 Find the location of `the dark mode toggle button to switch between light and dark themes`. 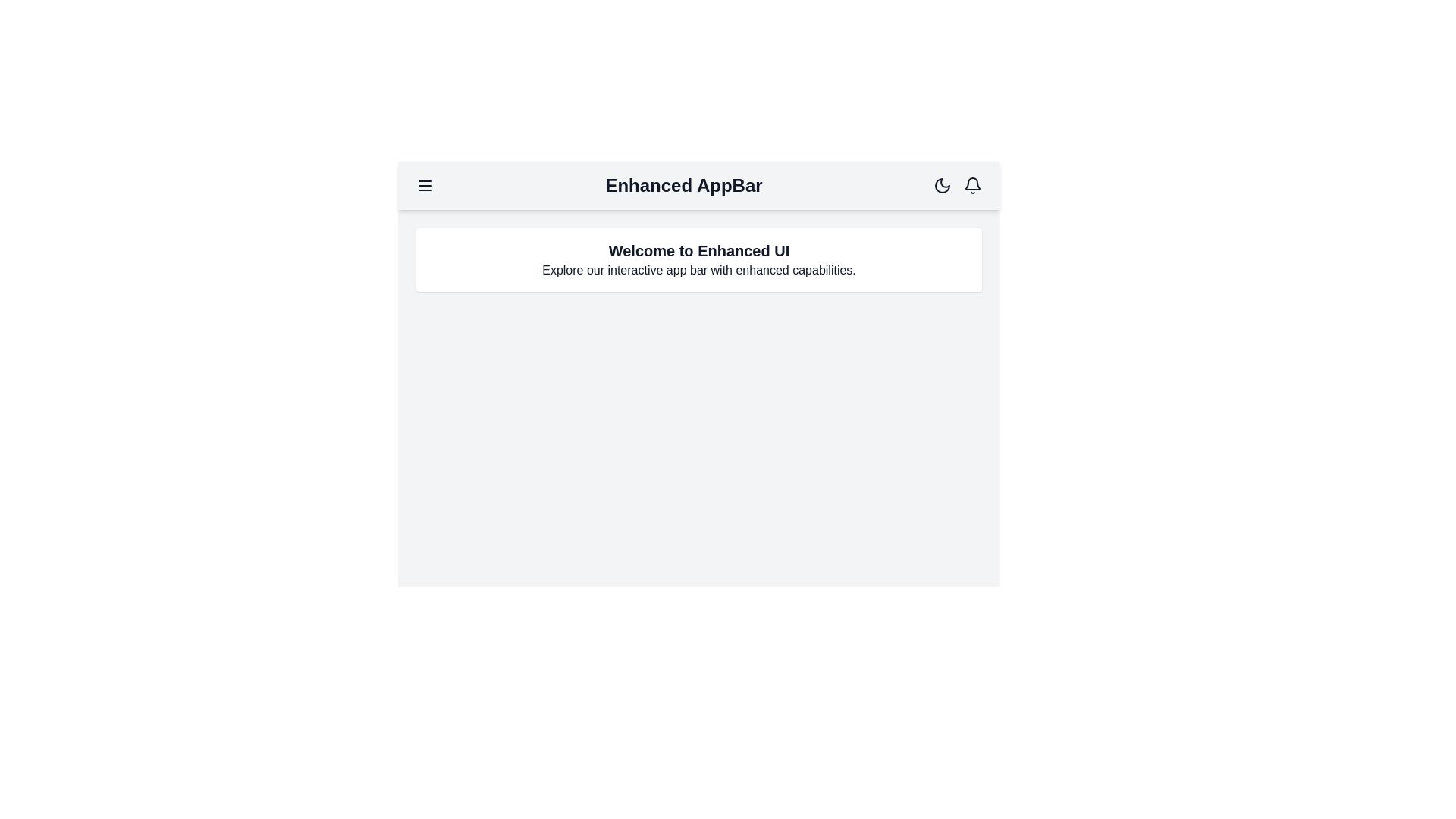

the dark mode toggle button to switch between light and dark themes is located at coordinates (942, 185).